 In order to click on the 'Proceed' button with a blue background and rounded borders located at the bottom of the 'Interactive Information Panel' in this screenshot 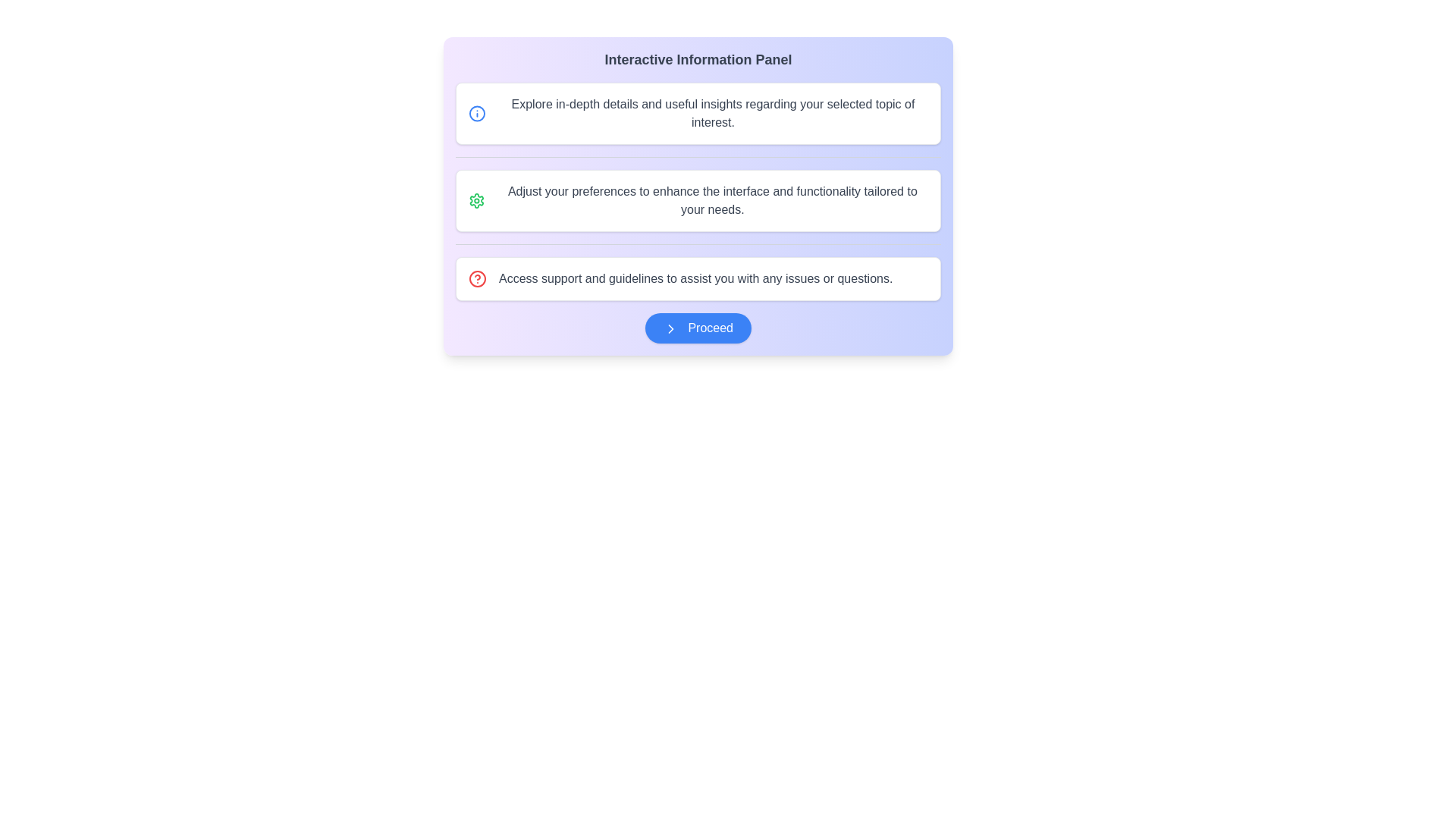, I will do `click(698, 327)`.